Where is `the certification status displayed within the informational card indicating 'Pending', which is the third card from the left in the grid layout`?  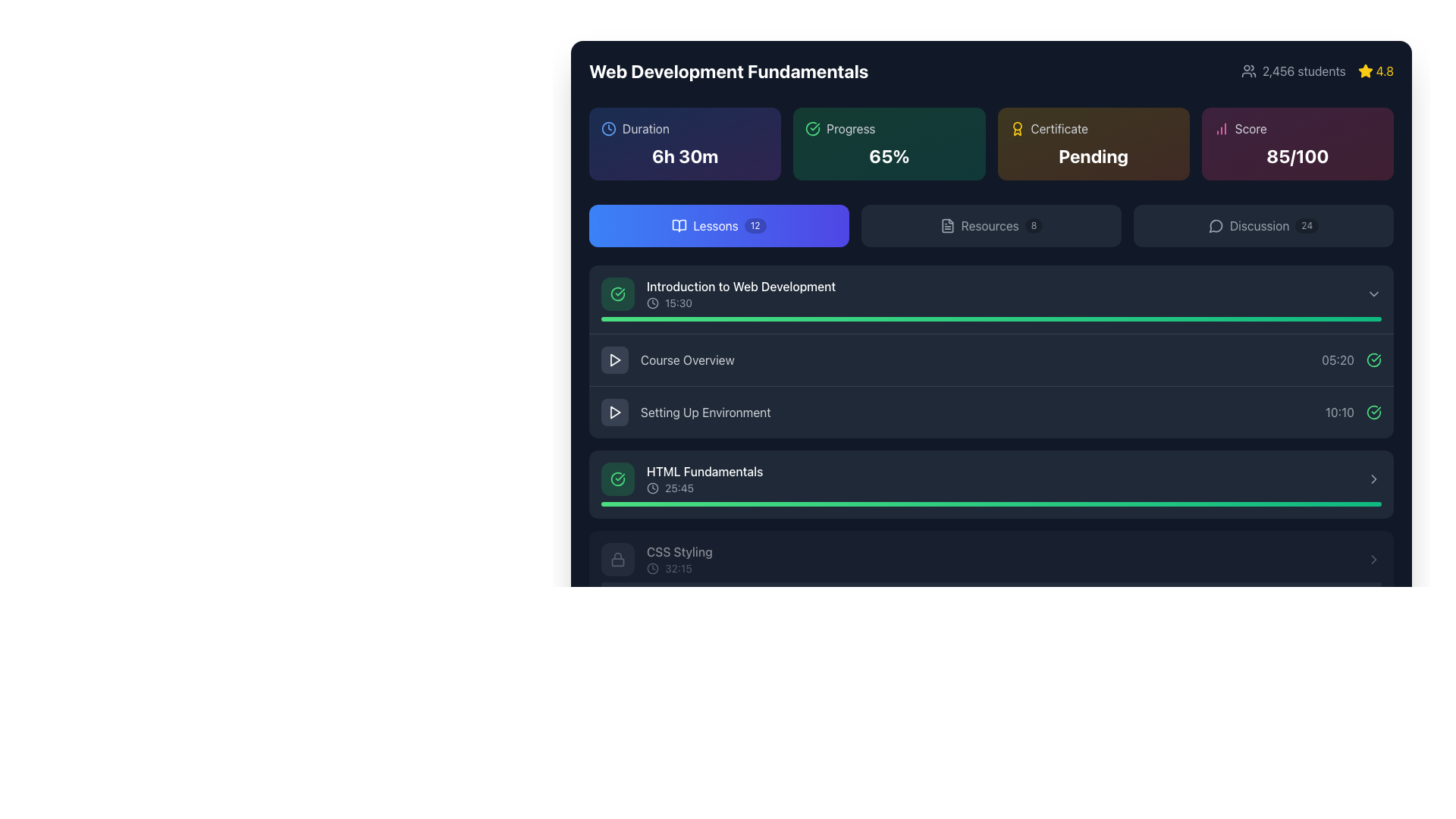
the certification status displayed within the informational card indicating 'Pending', which is the third card from the left in the grid layout is located at coordinates (1094, 143).